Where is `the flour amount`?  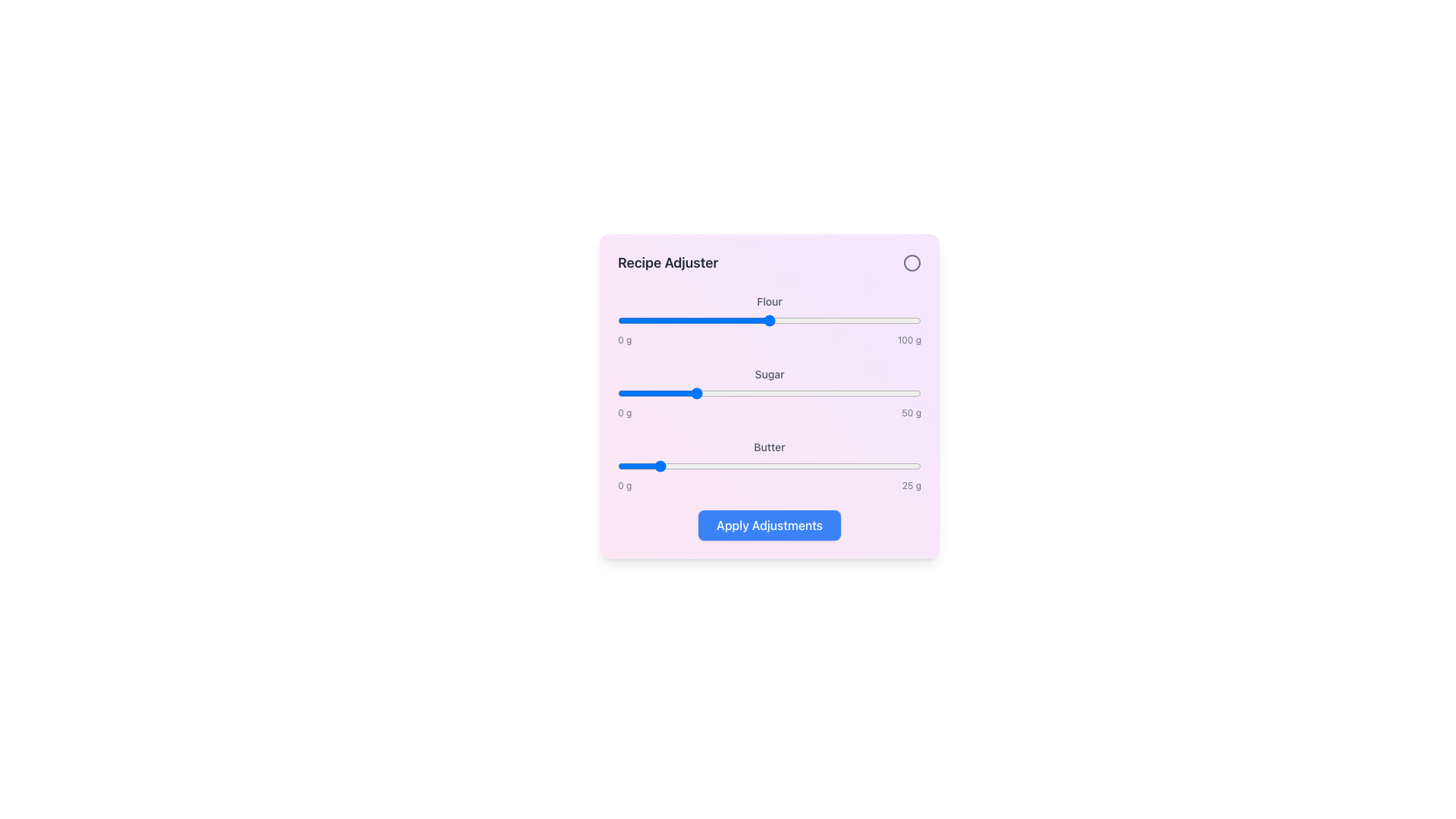 the flour amount is located at coordinates (652, 320).